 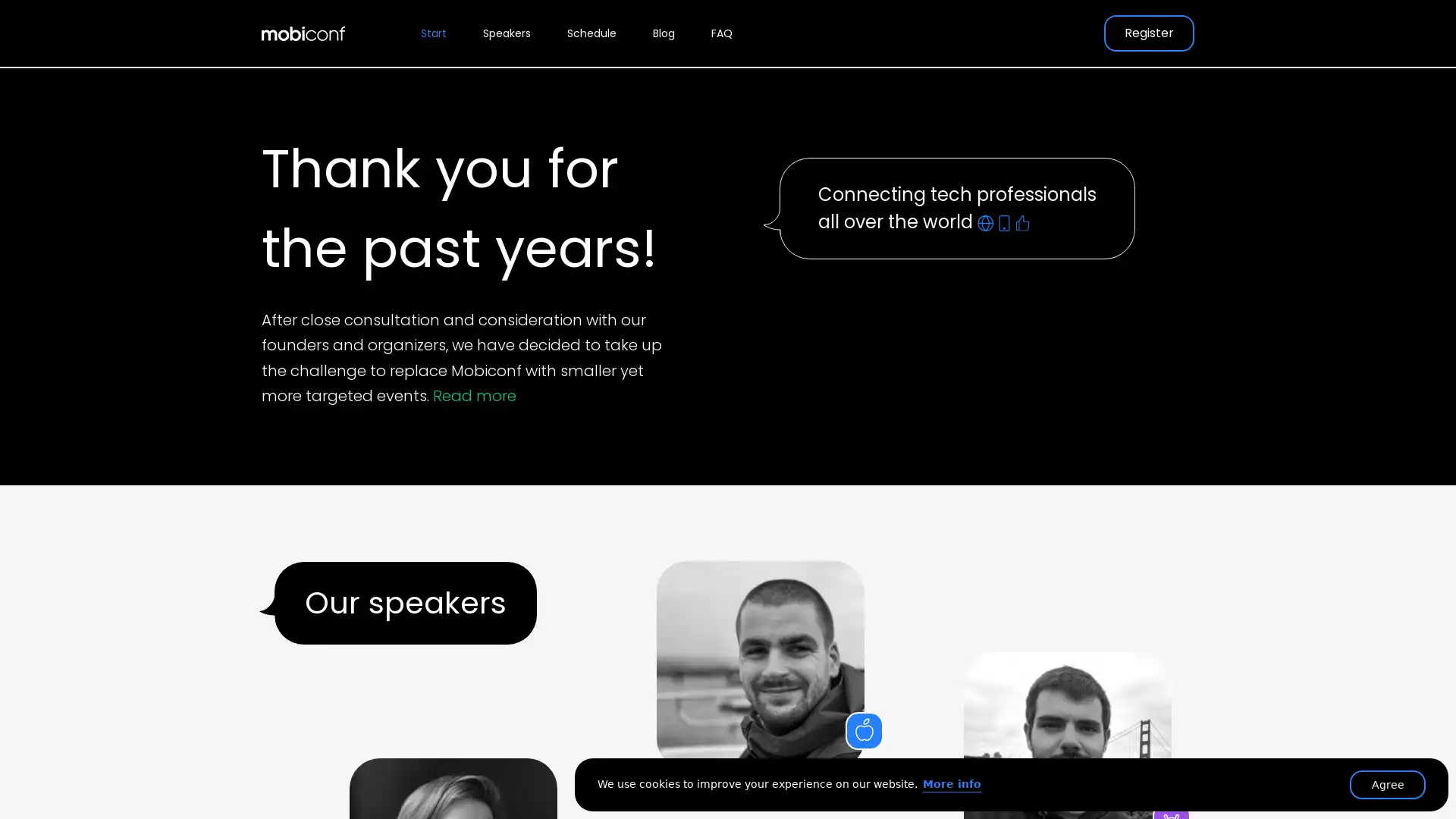 I want to click on Agree, so click(x=1387, y=784).